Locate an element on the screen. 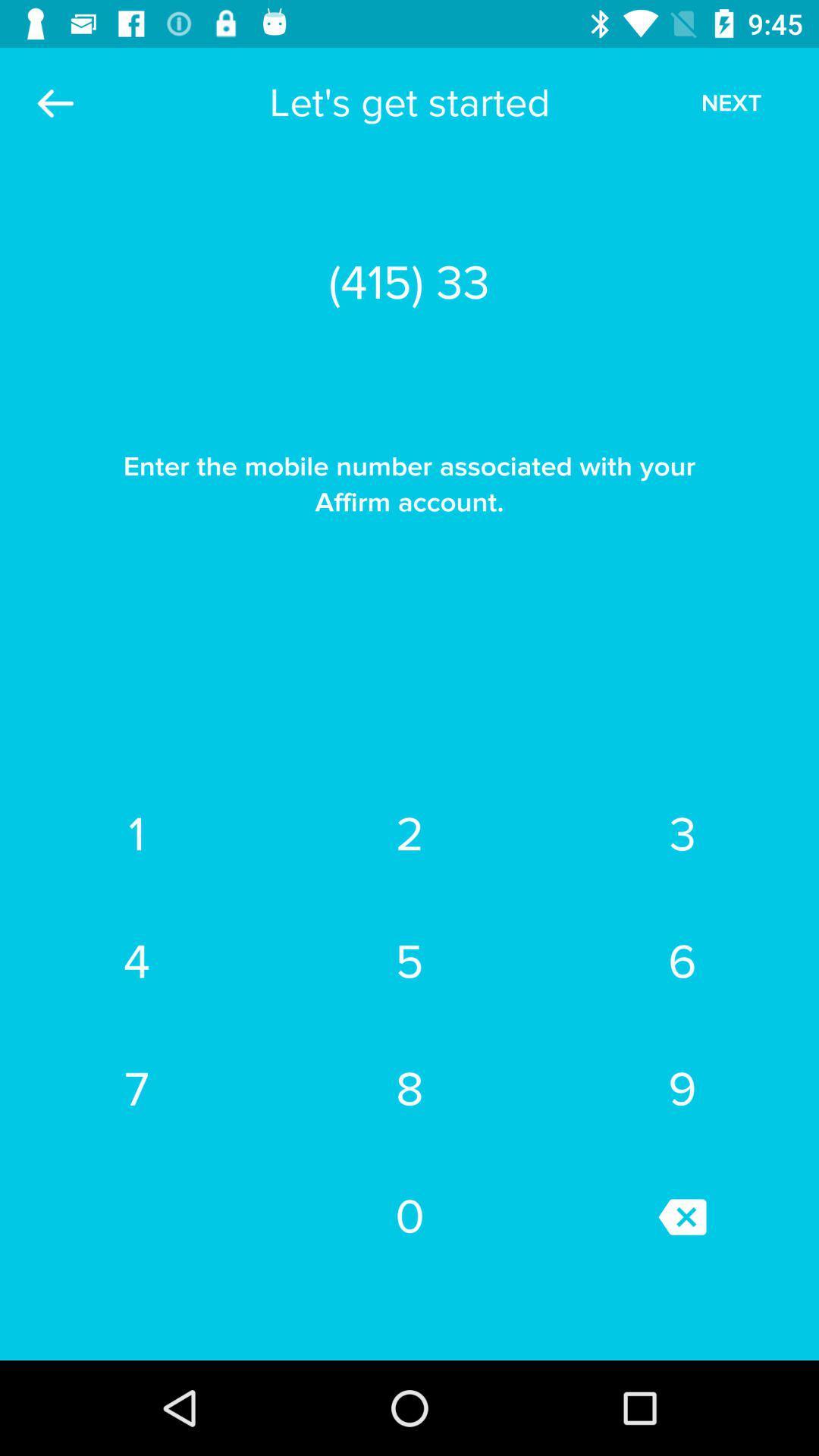  the icon to the left of let s get item is located at coordinates (55, 102).